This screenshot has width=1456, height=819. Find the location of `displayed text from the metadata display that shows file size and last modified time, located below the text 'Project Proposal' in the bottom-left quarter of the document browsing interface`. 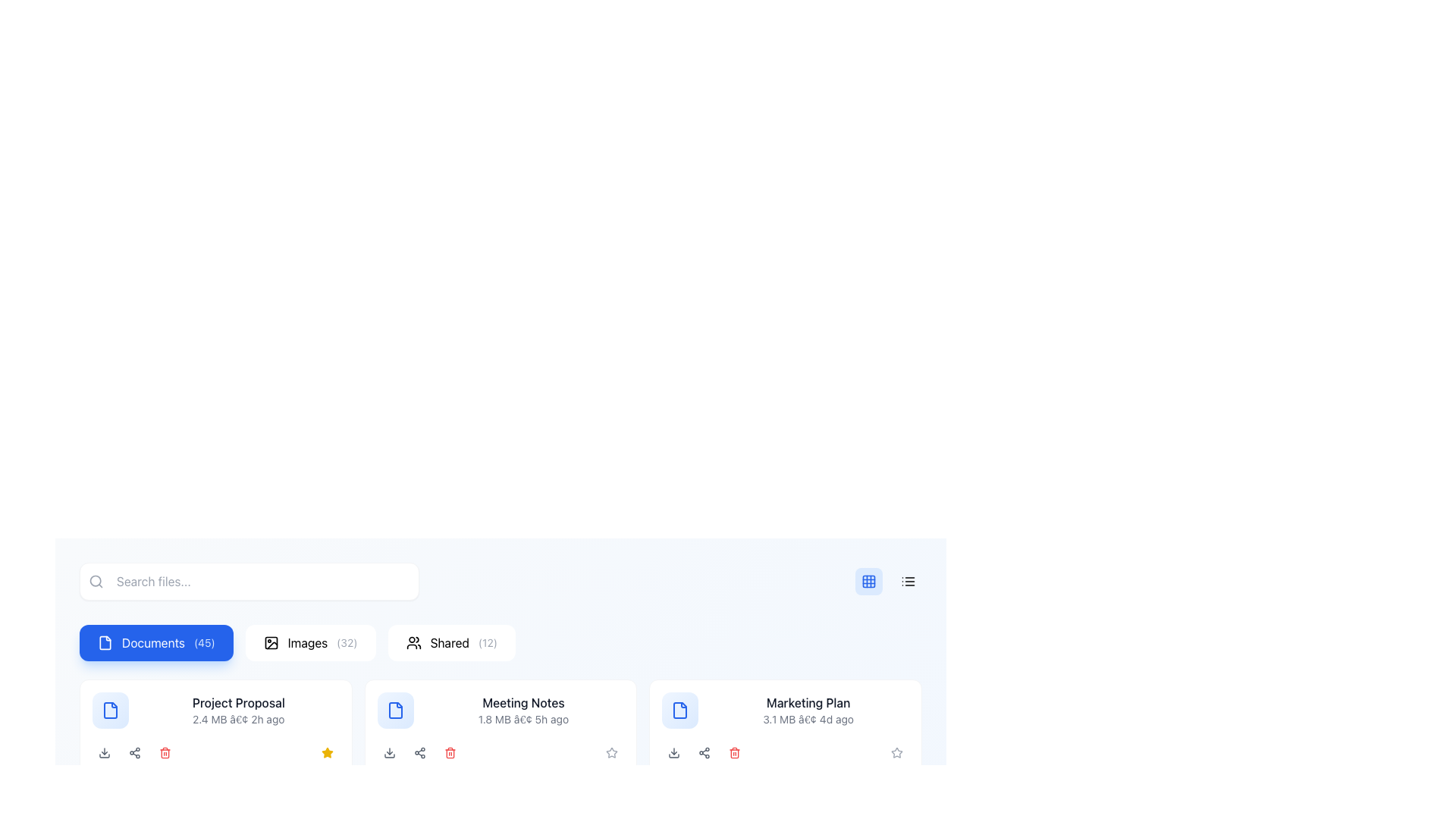

displayed text from the metadata display that shows file size and last modified time, located below the text 'Project Proposal' in the bottom-left quarter of the document browsing interface is located at coordinates (237, 718).